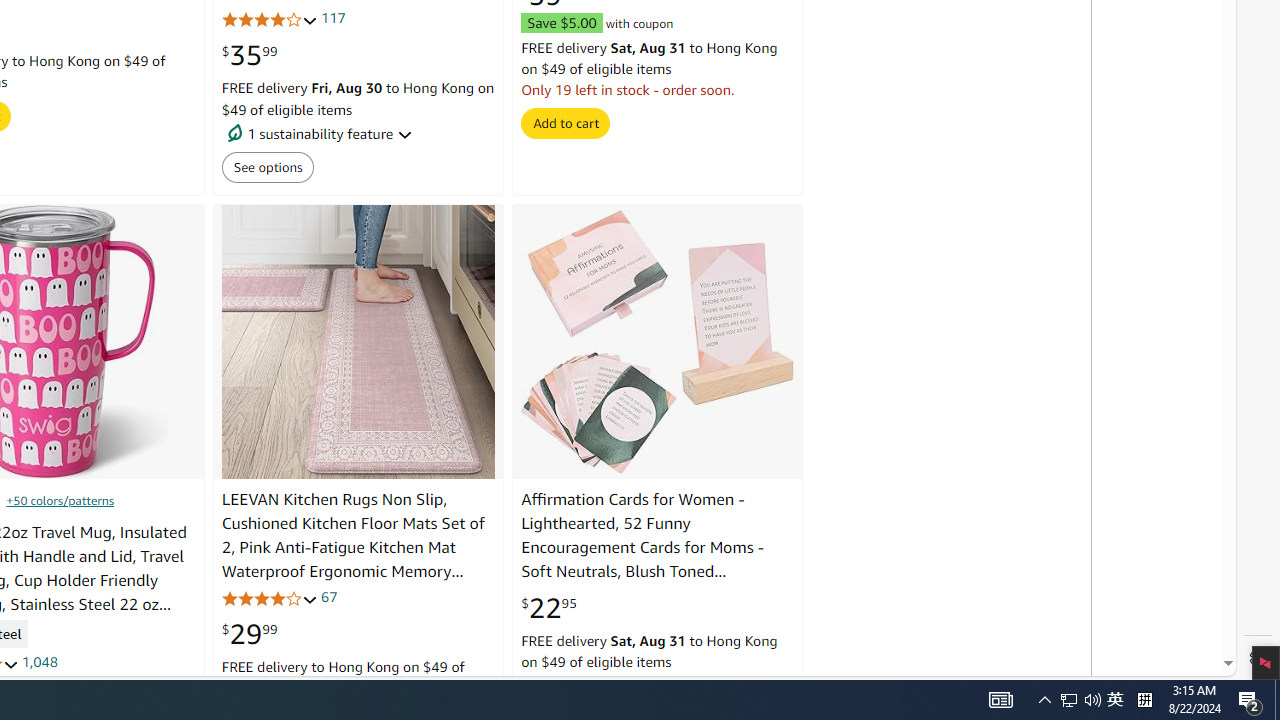 This screenshot has width=1280, height=720. Describe the element at coordinates (565, 123) in the screenshot. I see `'Add to cart'` at that location.